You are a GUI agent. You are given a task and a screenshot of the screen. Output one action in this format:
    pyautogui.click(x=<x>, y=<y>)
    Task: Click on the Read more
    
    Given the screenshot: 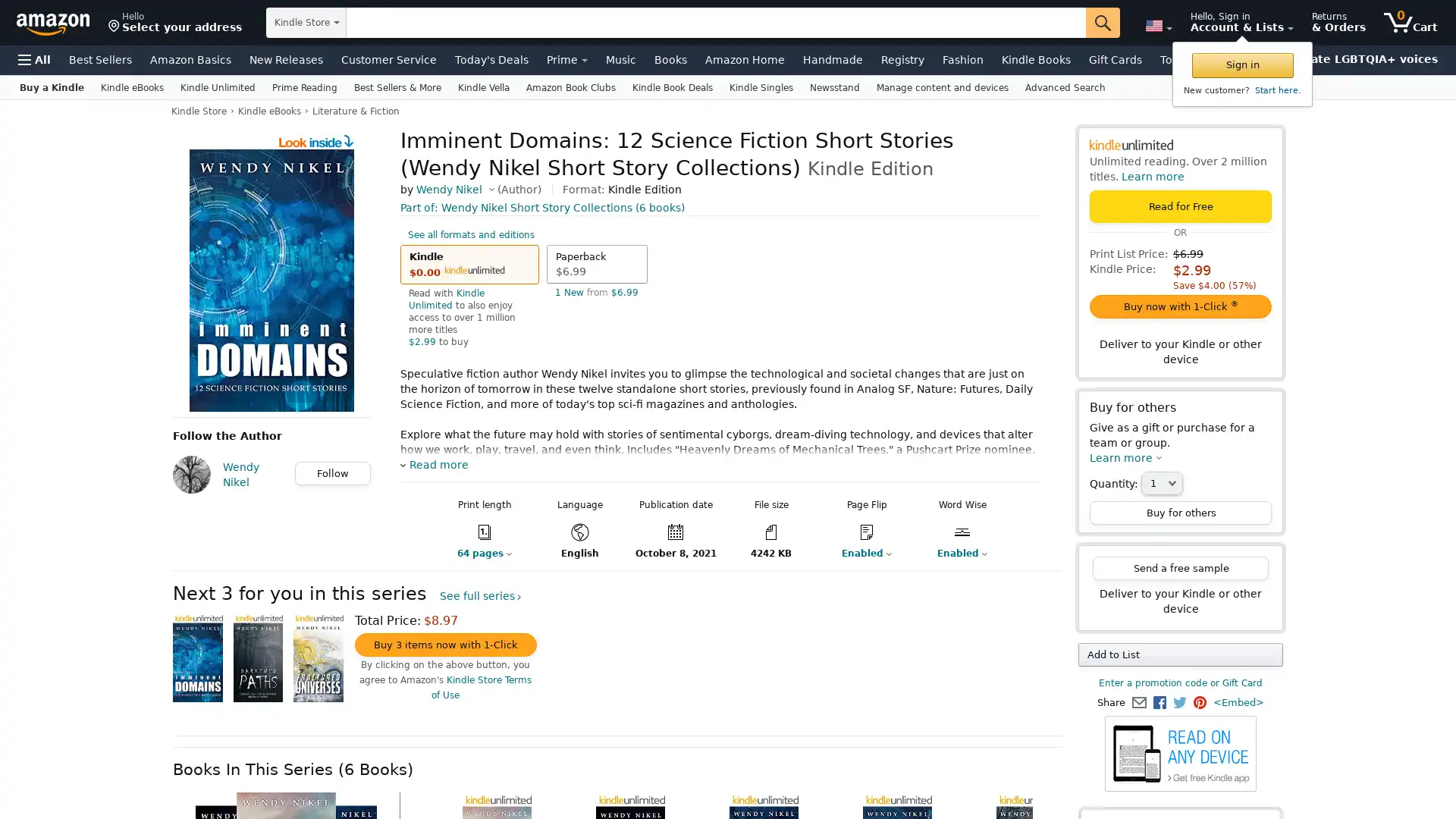 What is the action you would take?
    pyautogui.click(x=433, y=464)
    